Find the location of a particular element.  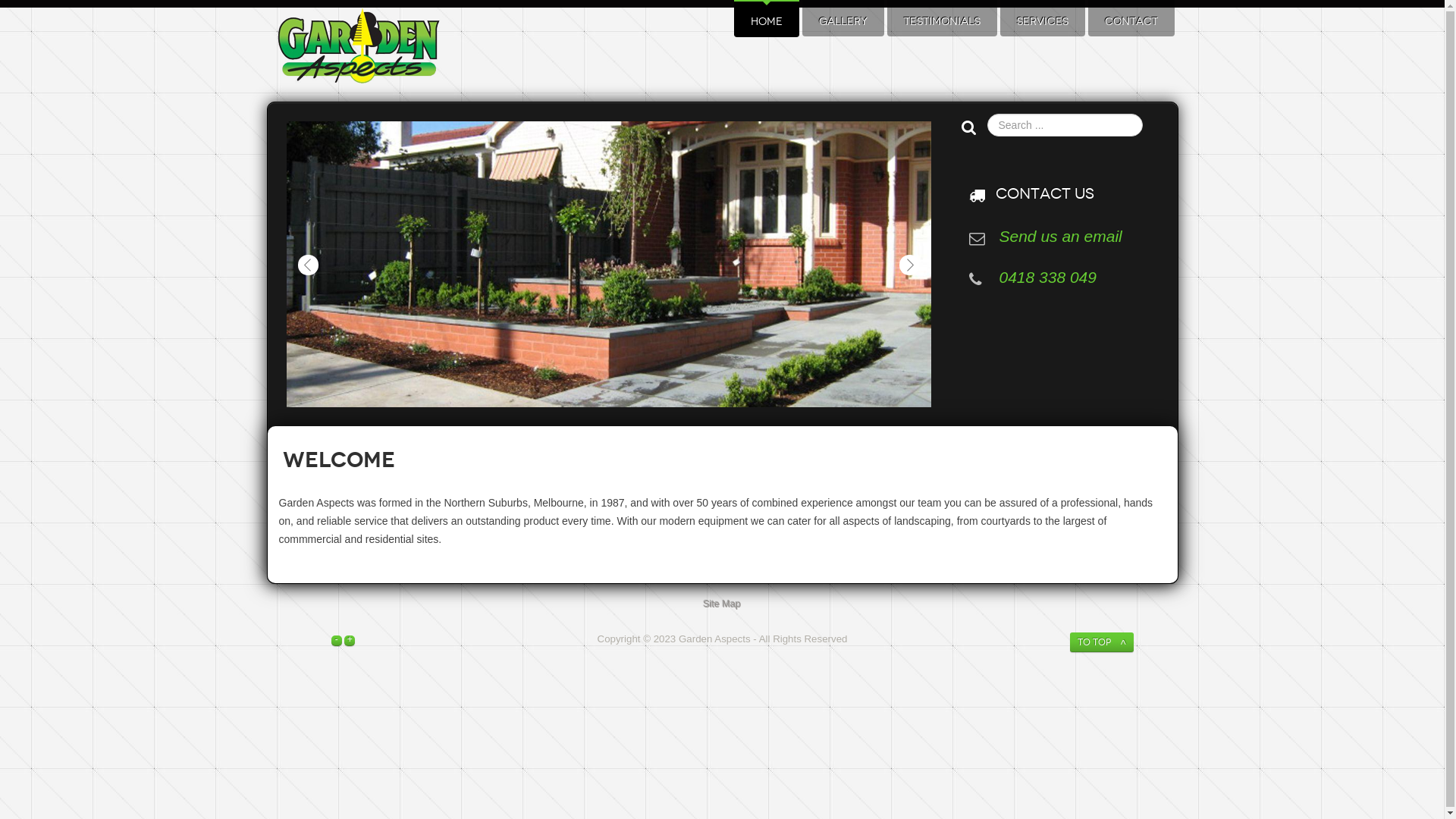

'CONTACT' is located at coordinates (1131, 22).